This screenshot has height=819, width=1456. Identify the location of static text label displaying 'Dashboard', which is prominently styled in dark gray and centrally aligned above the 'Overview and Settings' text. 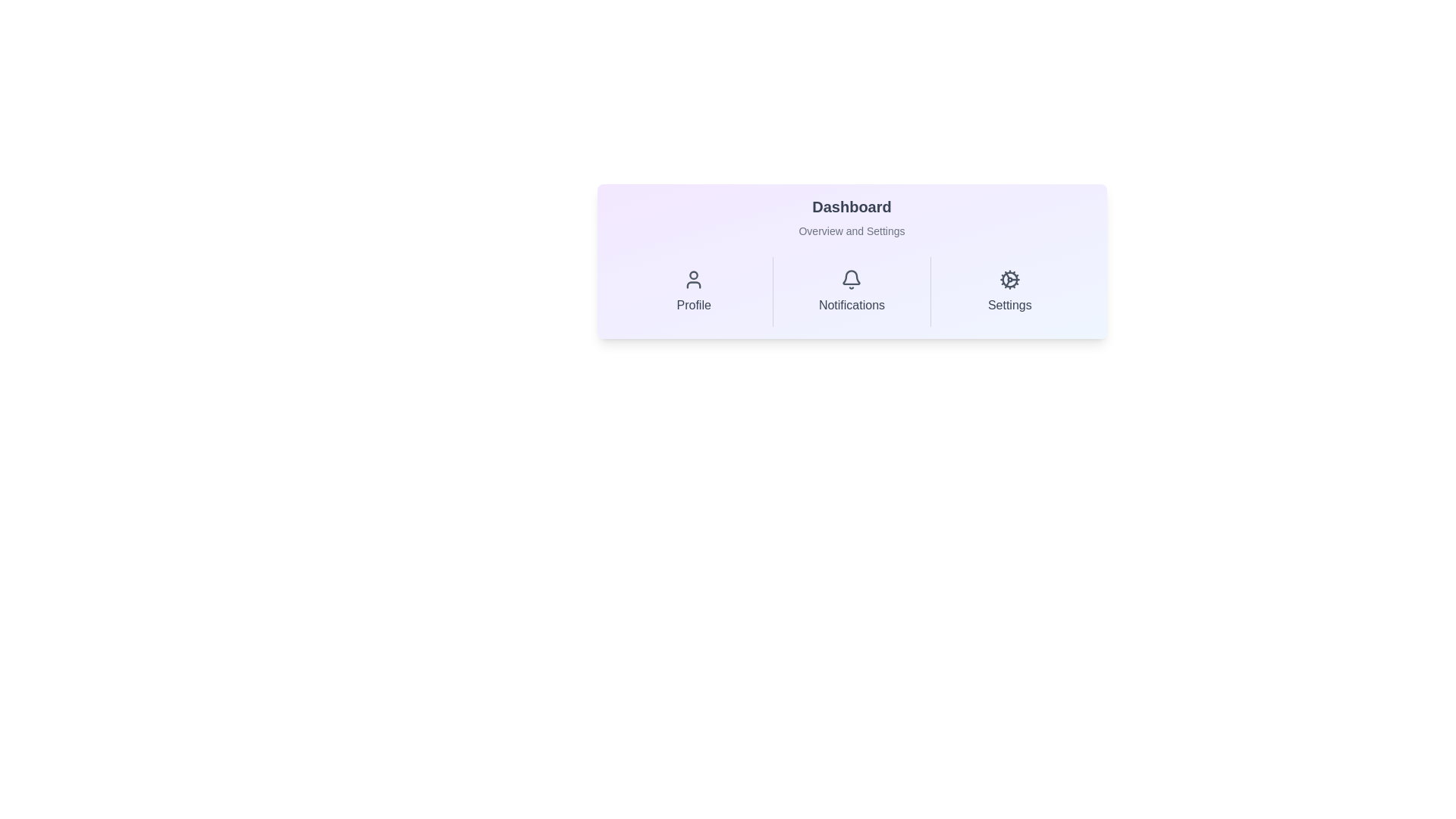
(852, 207).